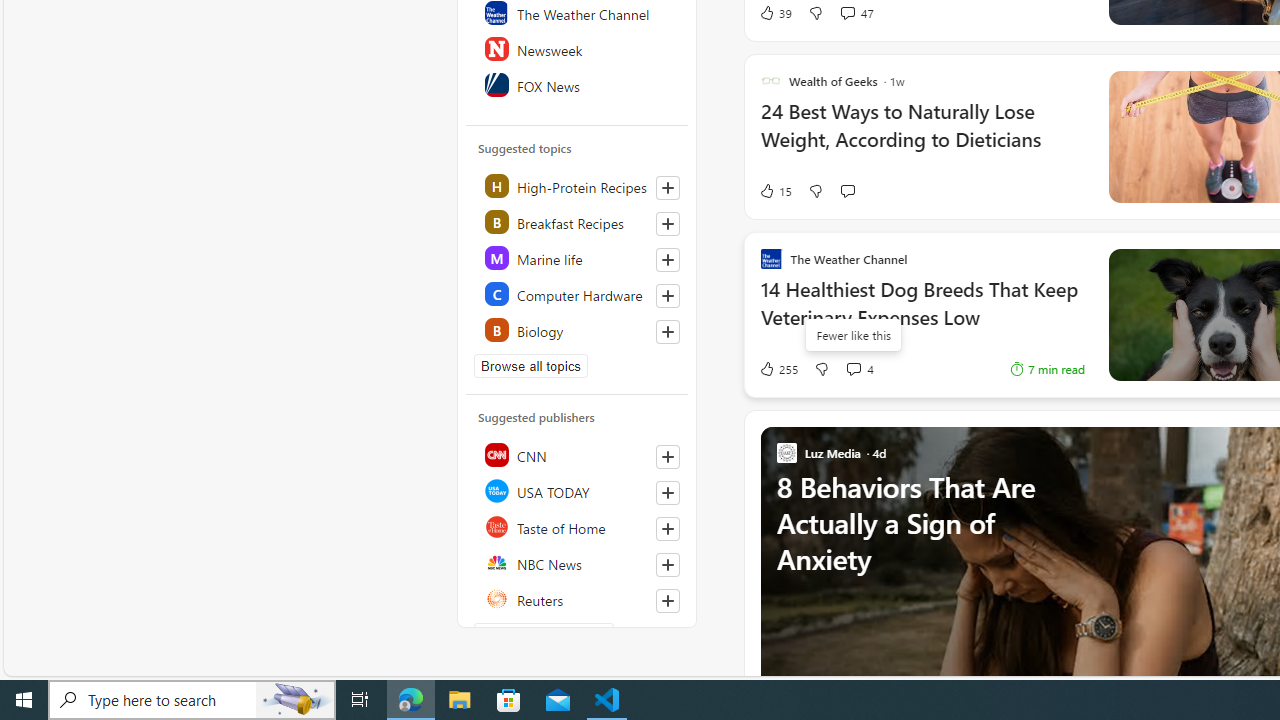 The image size is (1280, 720). I want to click on 'Follow this topic', so click(668, 330).